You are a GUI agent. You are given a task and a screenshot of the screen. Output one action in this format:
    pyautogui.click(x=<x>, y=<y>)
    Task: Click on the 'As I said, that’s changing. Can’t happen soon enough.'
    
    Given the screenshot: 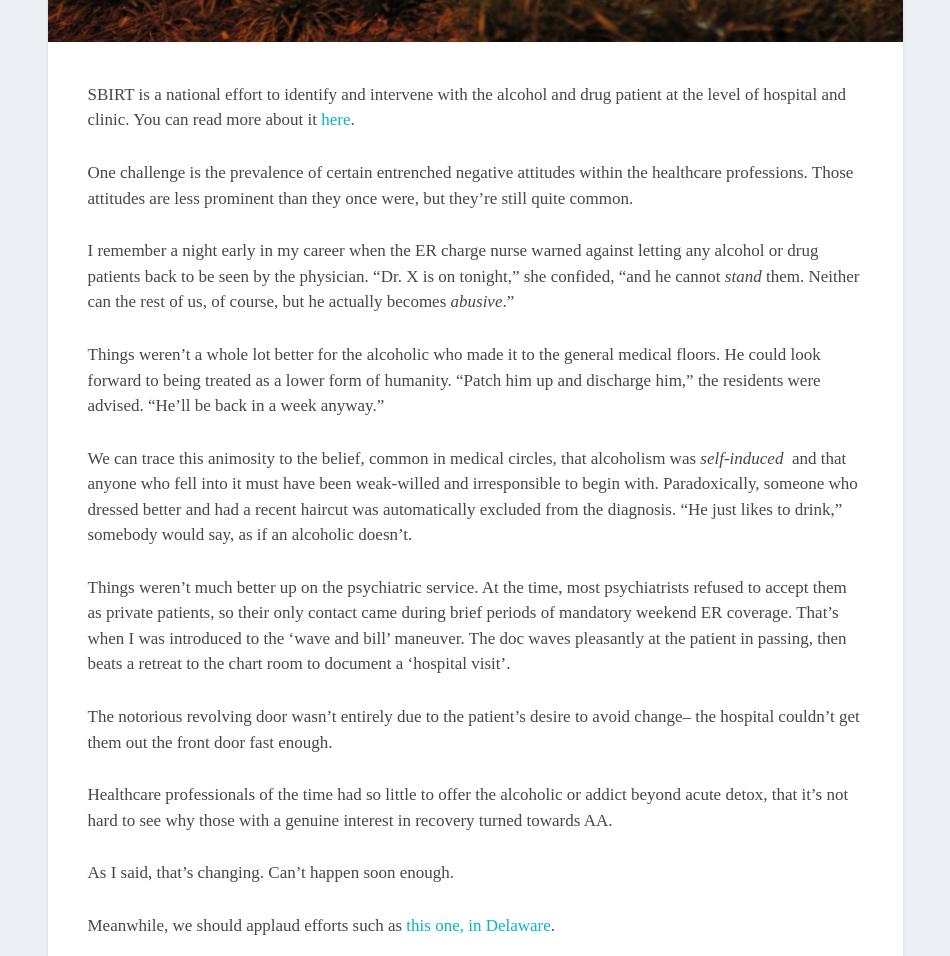 What is the action you would take?
    pyautogui.click(x=87, y=872)
    